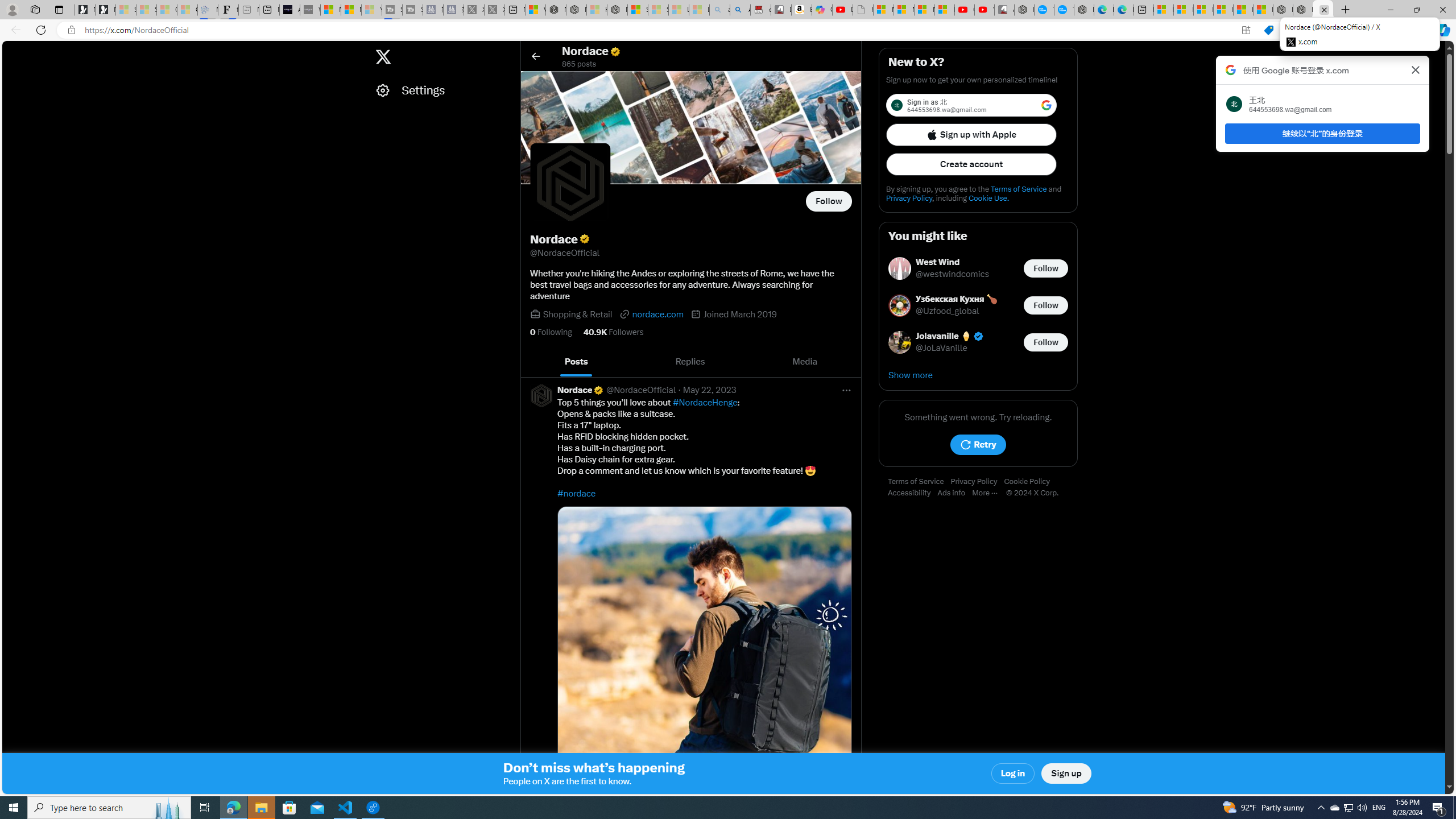 The width and height of the screenshot is (1456, 819). What do you see at coordinates (919, 481) in the screenshot?
I see `'Terms of Service'` at bounding box center [919, 481].